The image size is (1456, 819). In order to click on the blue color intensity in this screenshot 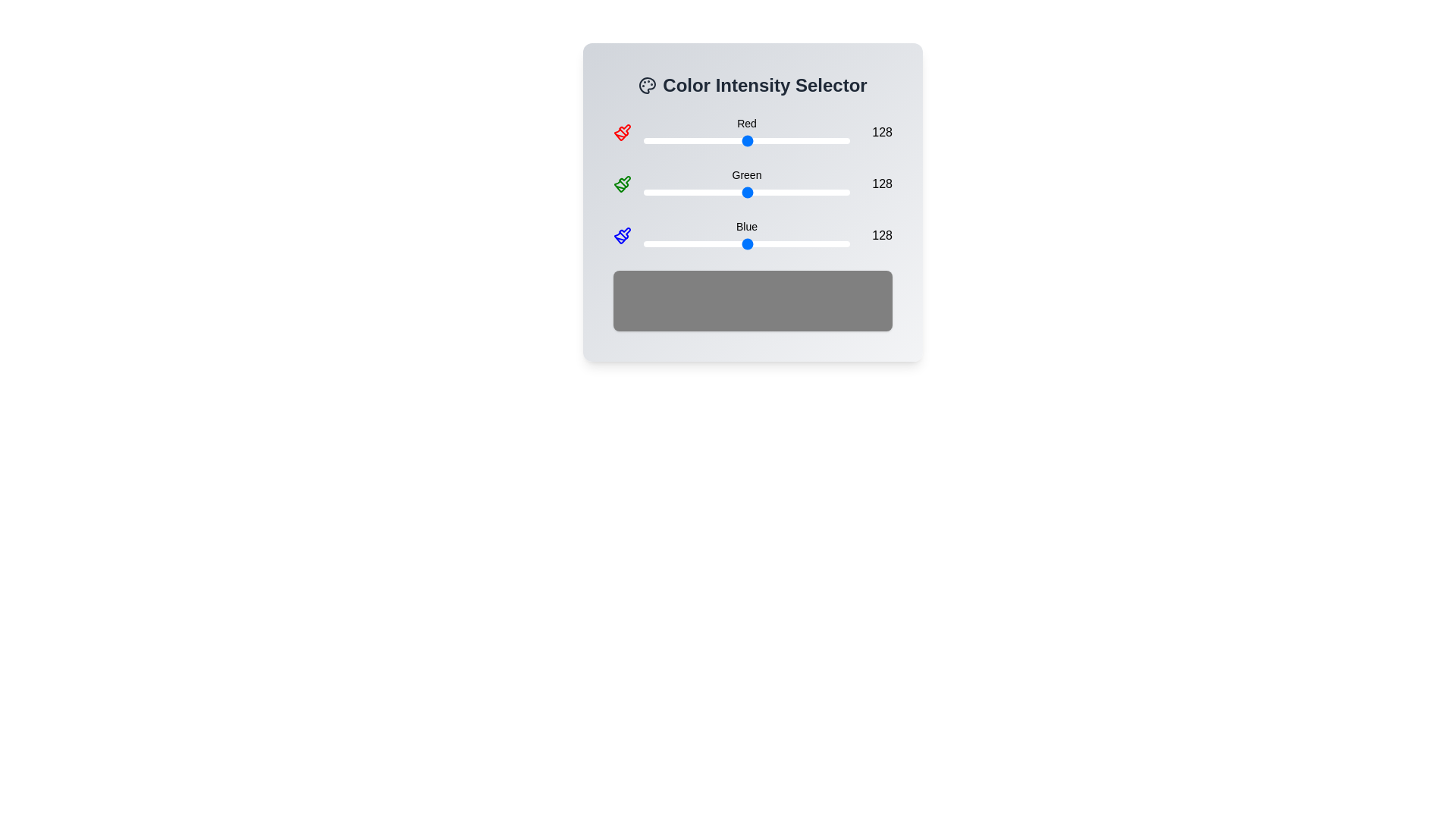, I will do `click(668, 243)`.